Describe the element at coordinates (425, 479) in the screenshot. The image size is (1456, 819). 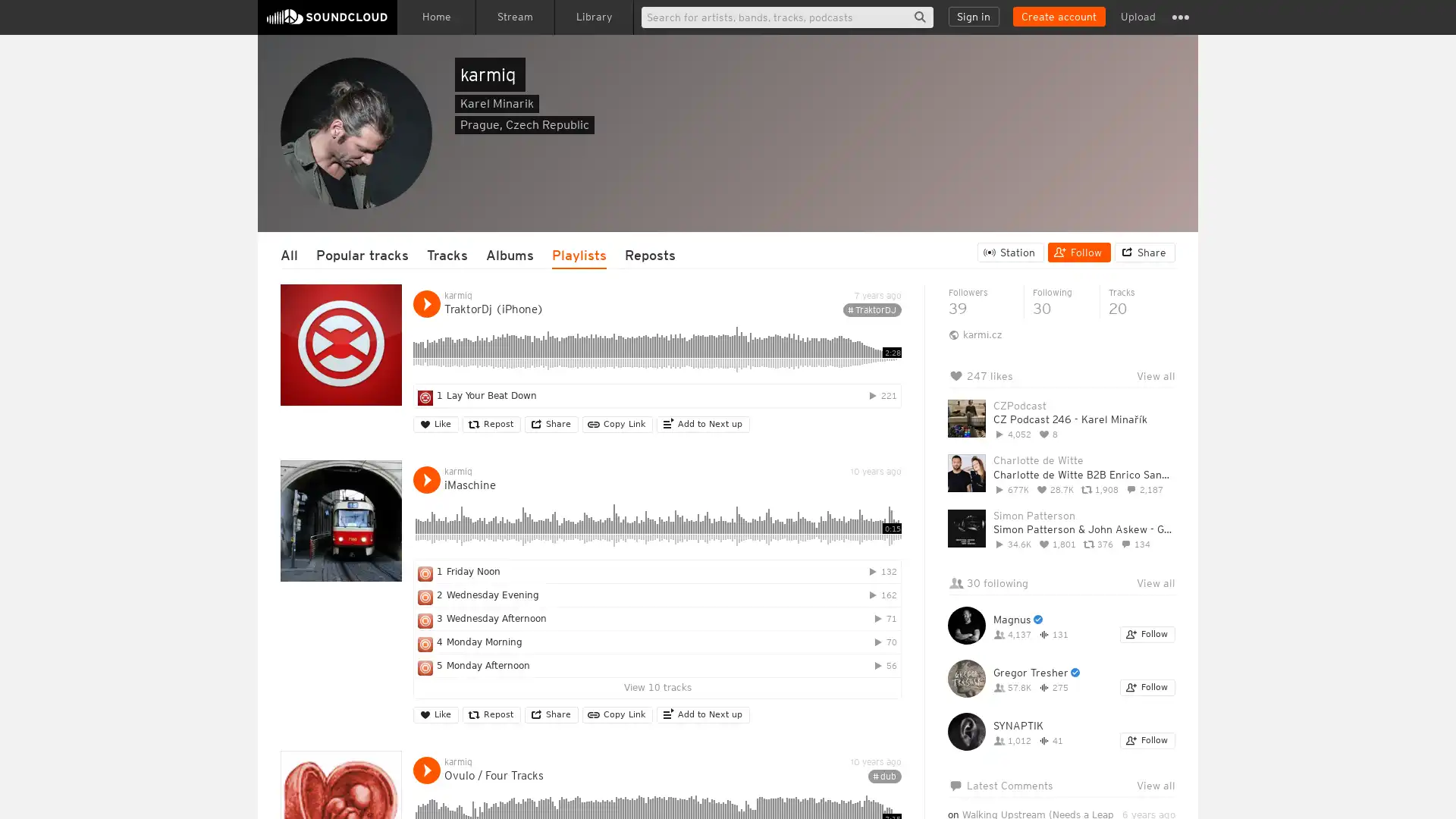
I see `Play` at that location.